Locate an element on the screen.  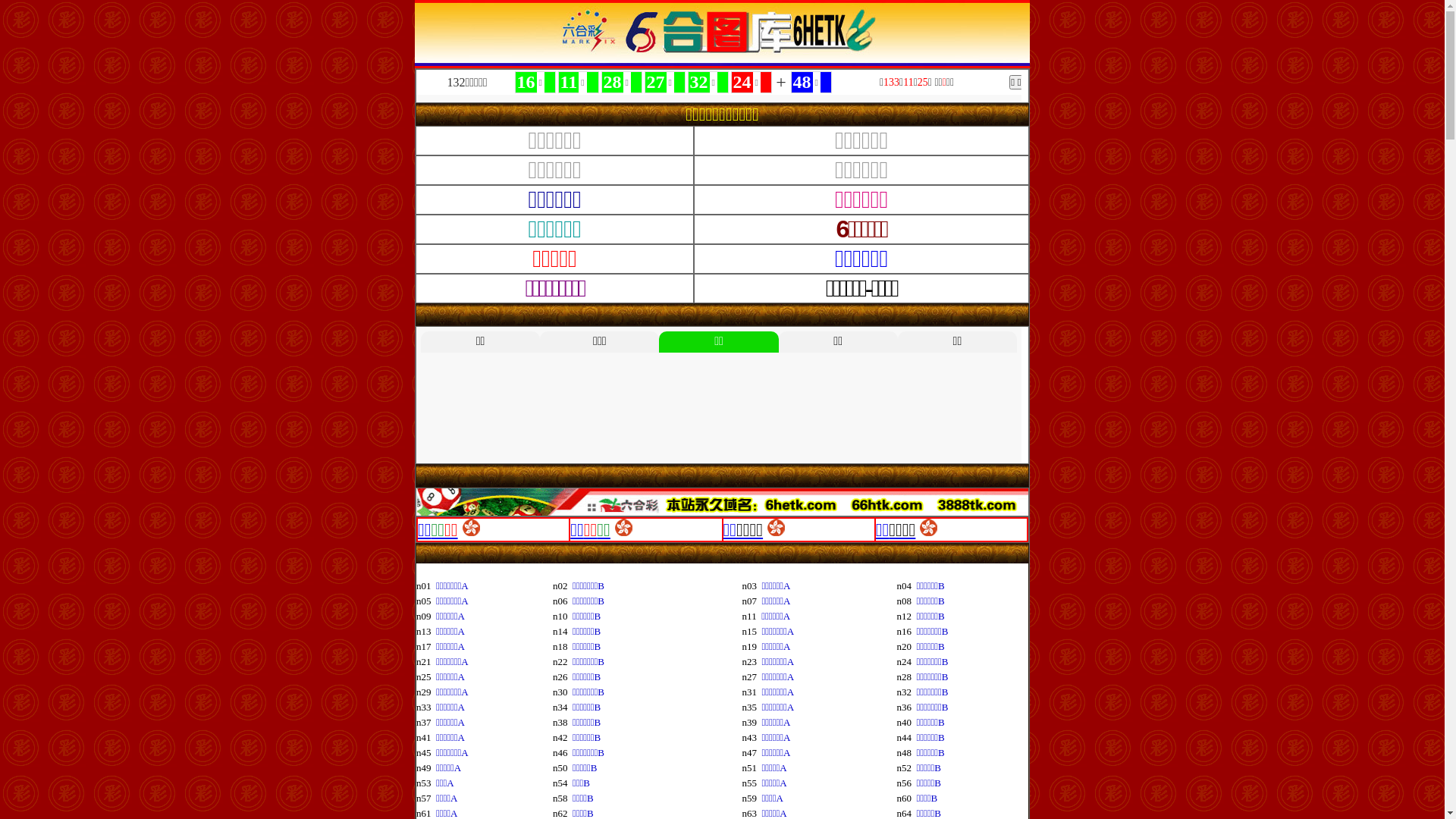
'n19 ' is located at coordinates (752, 646).